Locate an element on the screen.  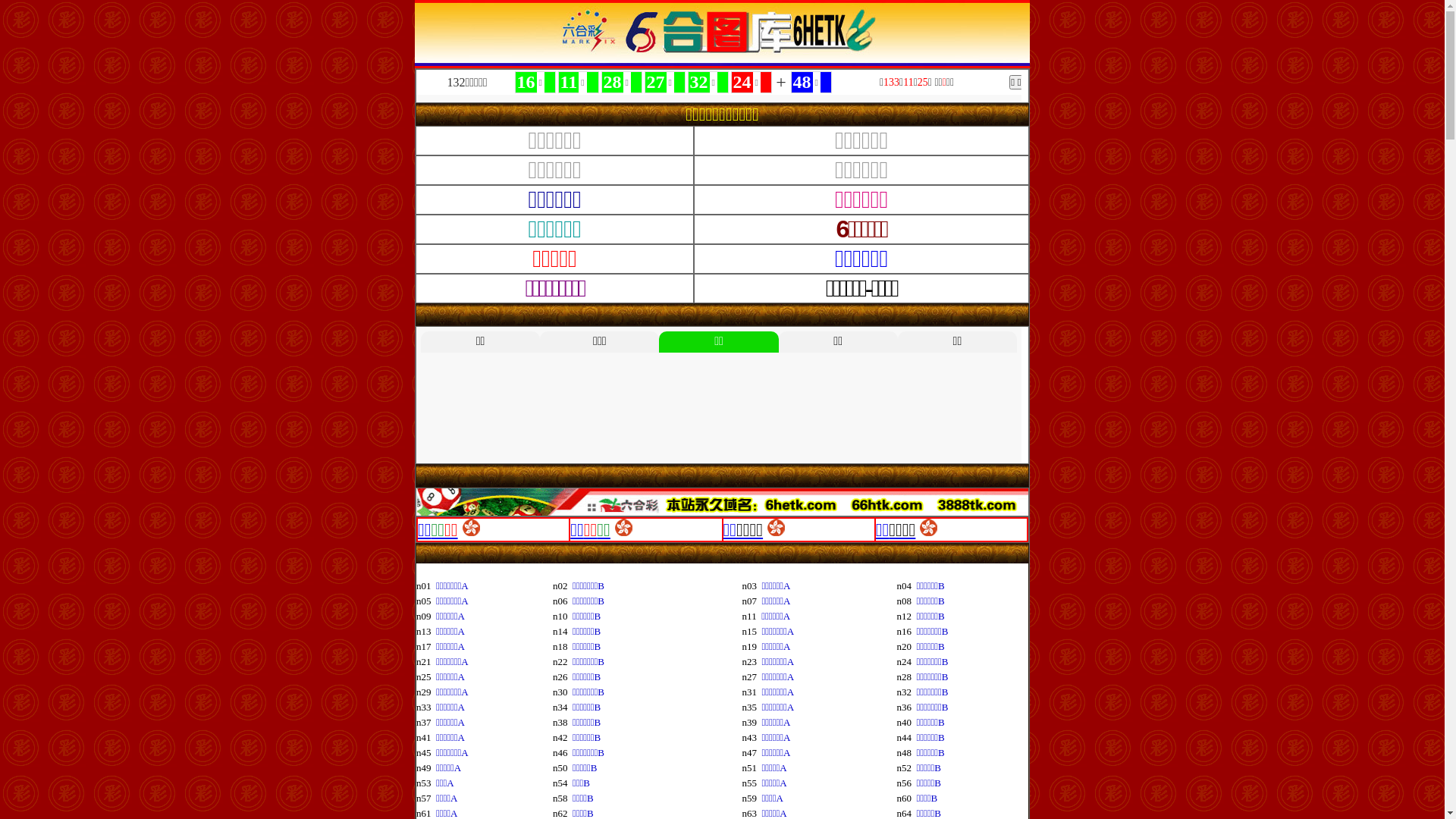
'n19 ' is located at coordinates (752, 646).